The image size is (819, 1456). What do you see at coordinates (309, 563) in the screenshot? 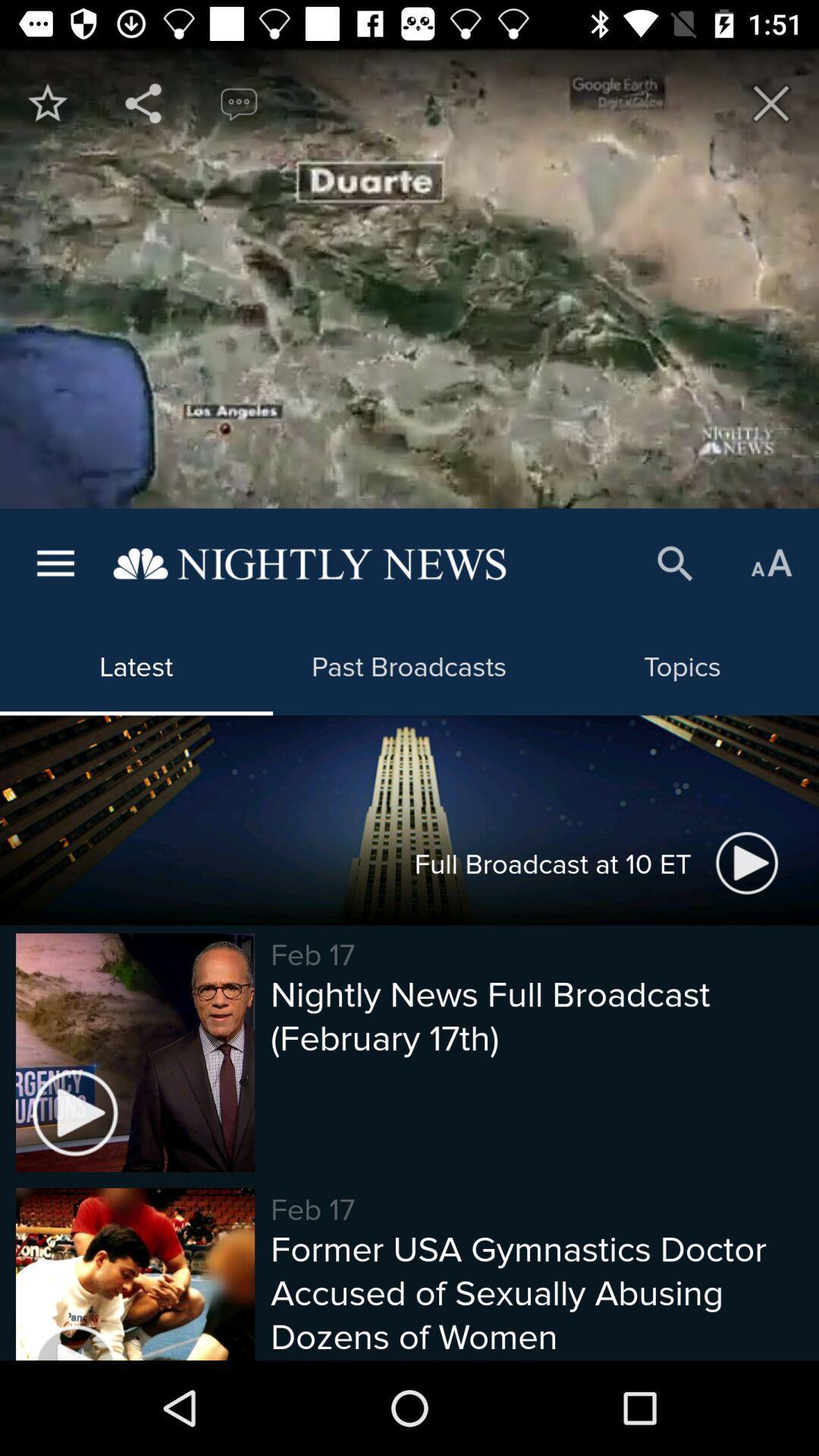
I see `the item above latest` at bounding box center [309, 563].